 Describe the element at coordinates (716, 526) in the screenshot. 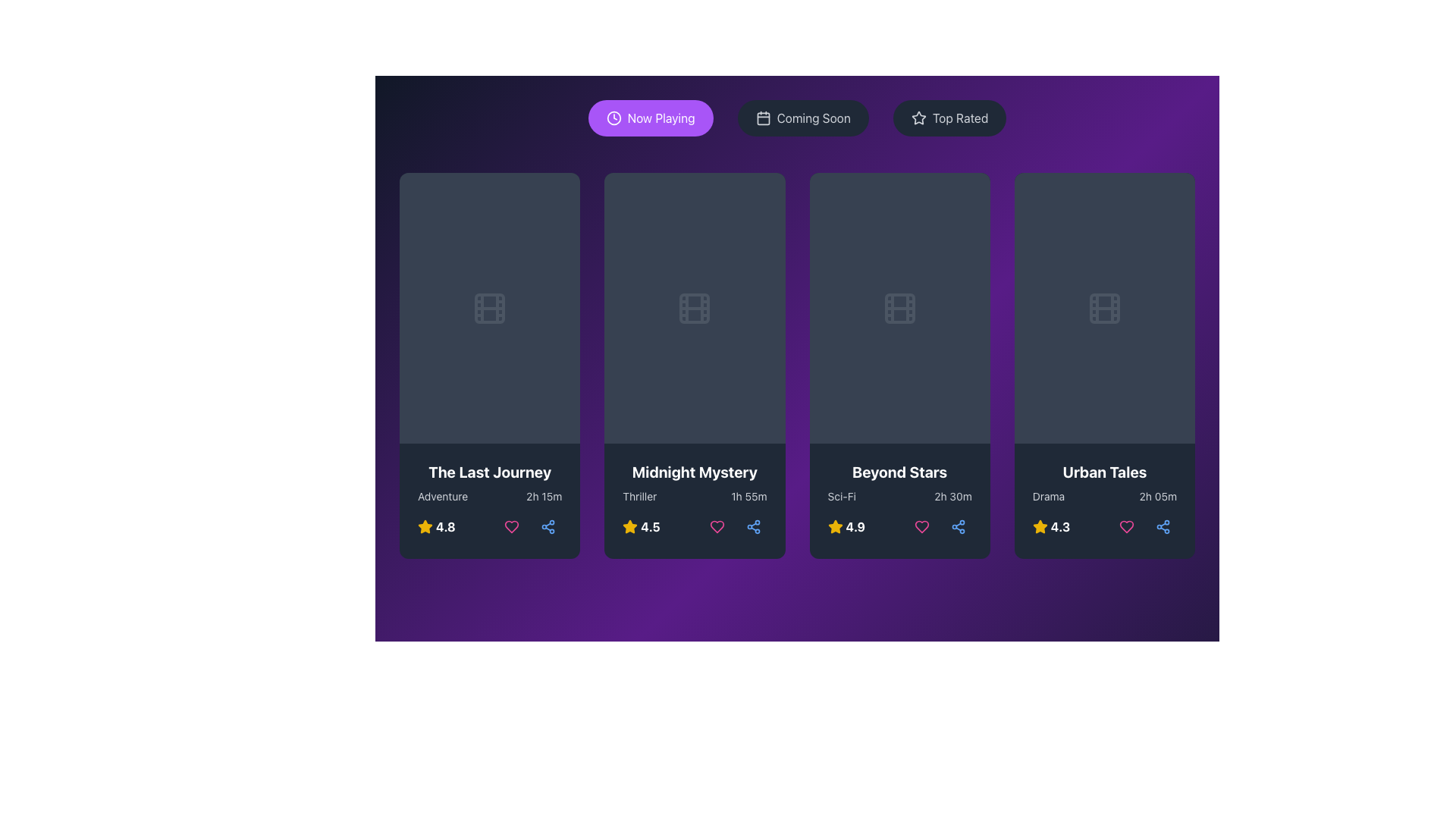

I see `the 'like' or 'favorite' button, which is the second item in the horizontal row of icons below the movie card titled 'Midnight Mystery'` at that location.